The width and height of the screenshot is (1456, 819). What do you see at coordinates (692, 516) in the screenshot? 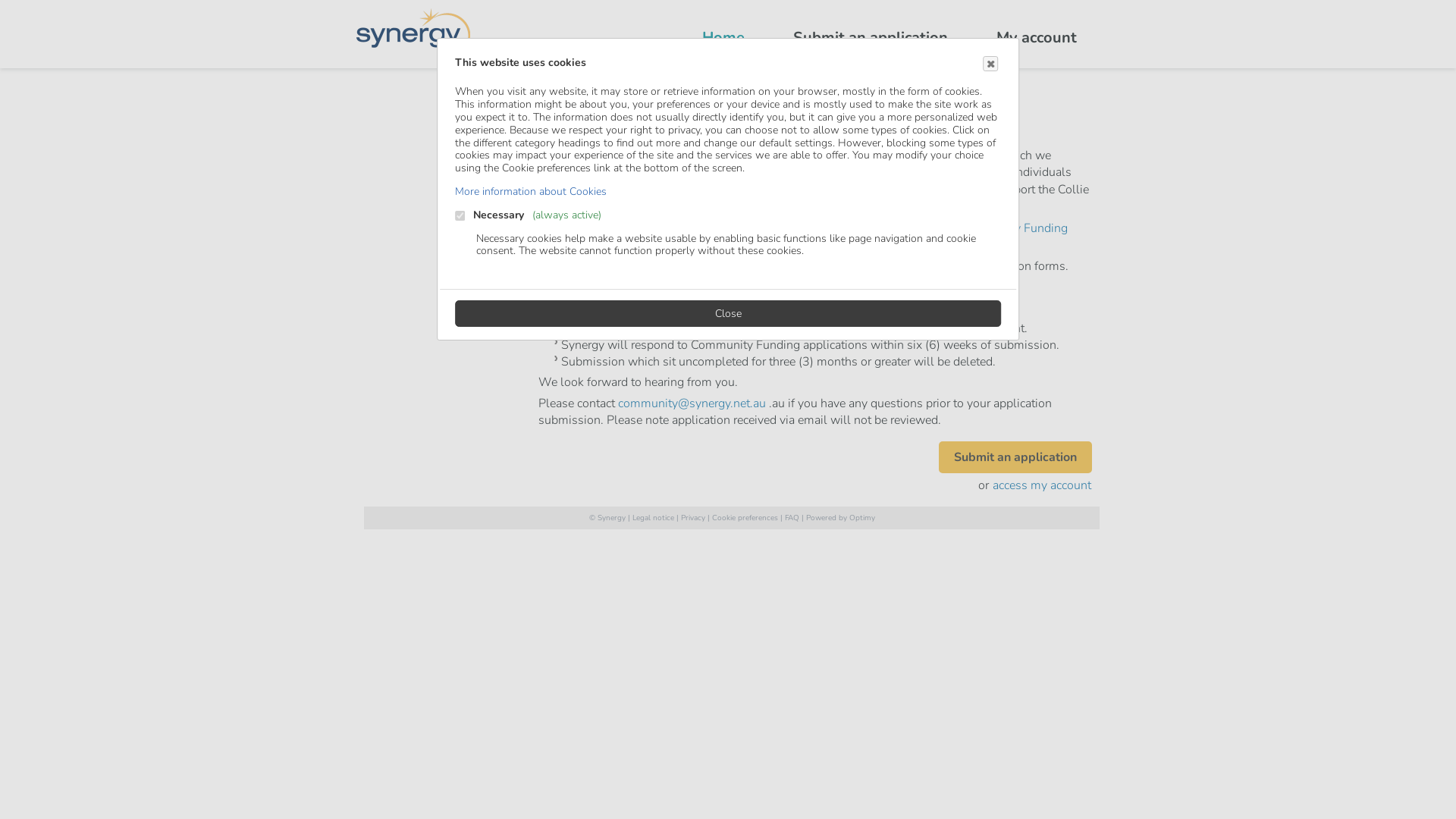
I see `'Privacy'` at bounding box center [692, 516].